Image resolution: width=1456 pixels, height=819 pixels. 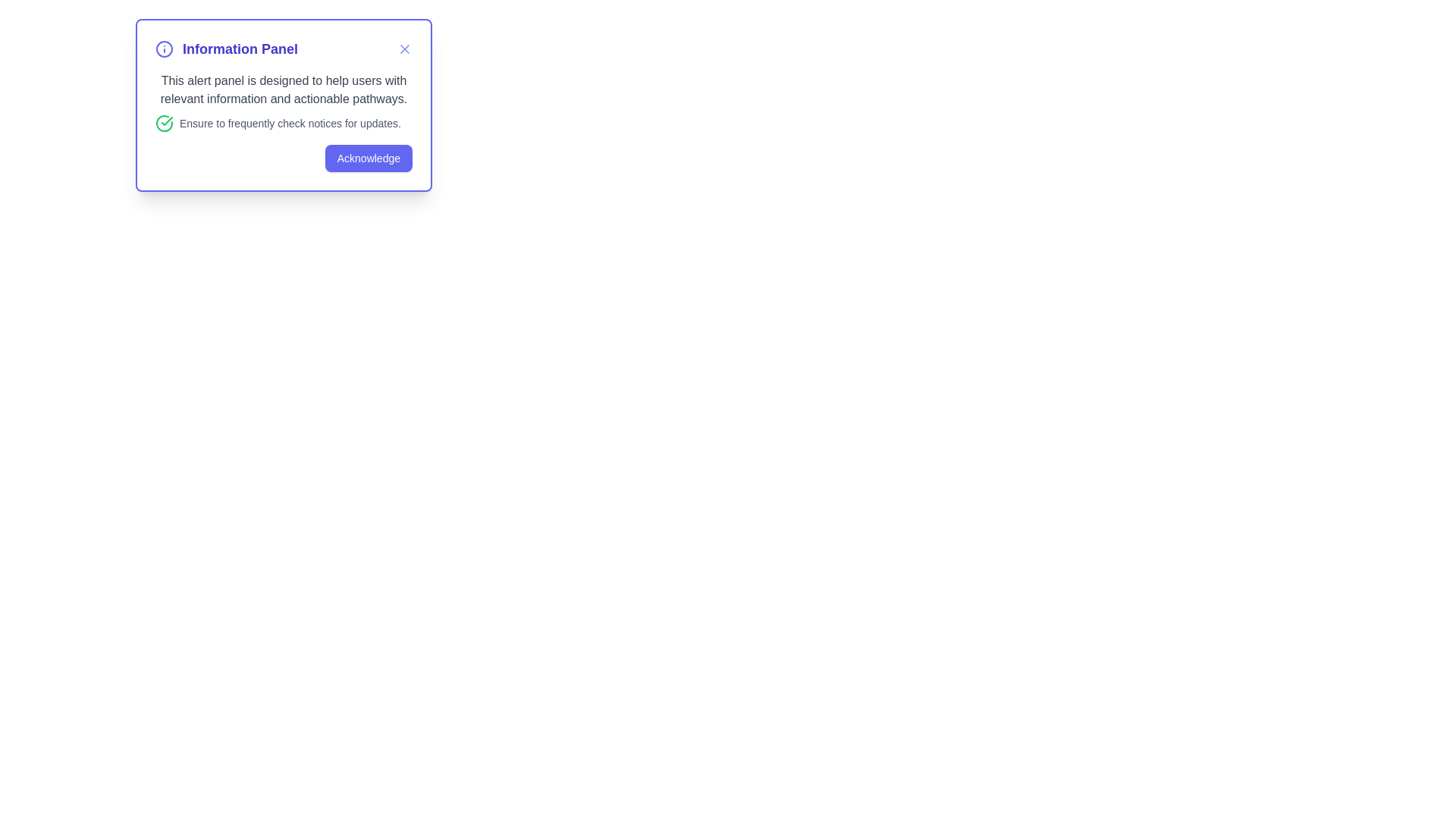 What do you see at coordinates (404, 49) in the screenshot?
I see `the 'X' icon in the top-right corner of the Information Panel` at bounding box center [404, 49].